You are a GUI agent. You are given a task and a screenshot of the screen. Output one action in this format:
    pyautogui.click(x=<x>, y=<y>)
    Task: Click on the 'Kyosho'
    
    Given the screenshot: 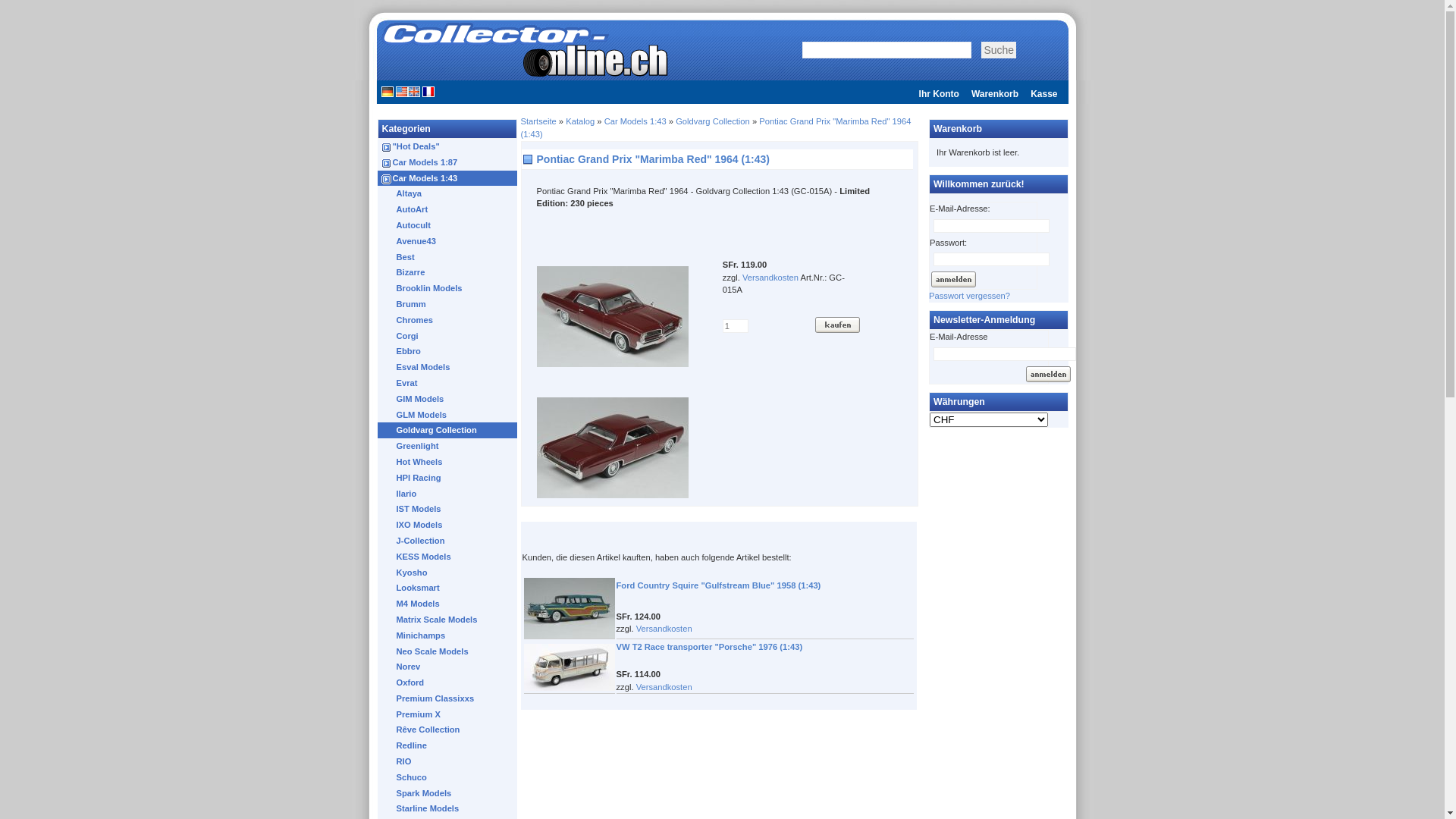 What is the action you would take?
    pyautogui.click(x=449, y=573)
    